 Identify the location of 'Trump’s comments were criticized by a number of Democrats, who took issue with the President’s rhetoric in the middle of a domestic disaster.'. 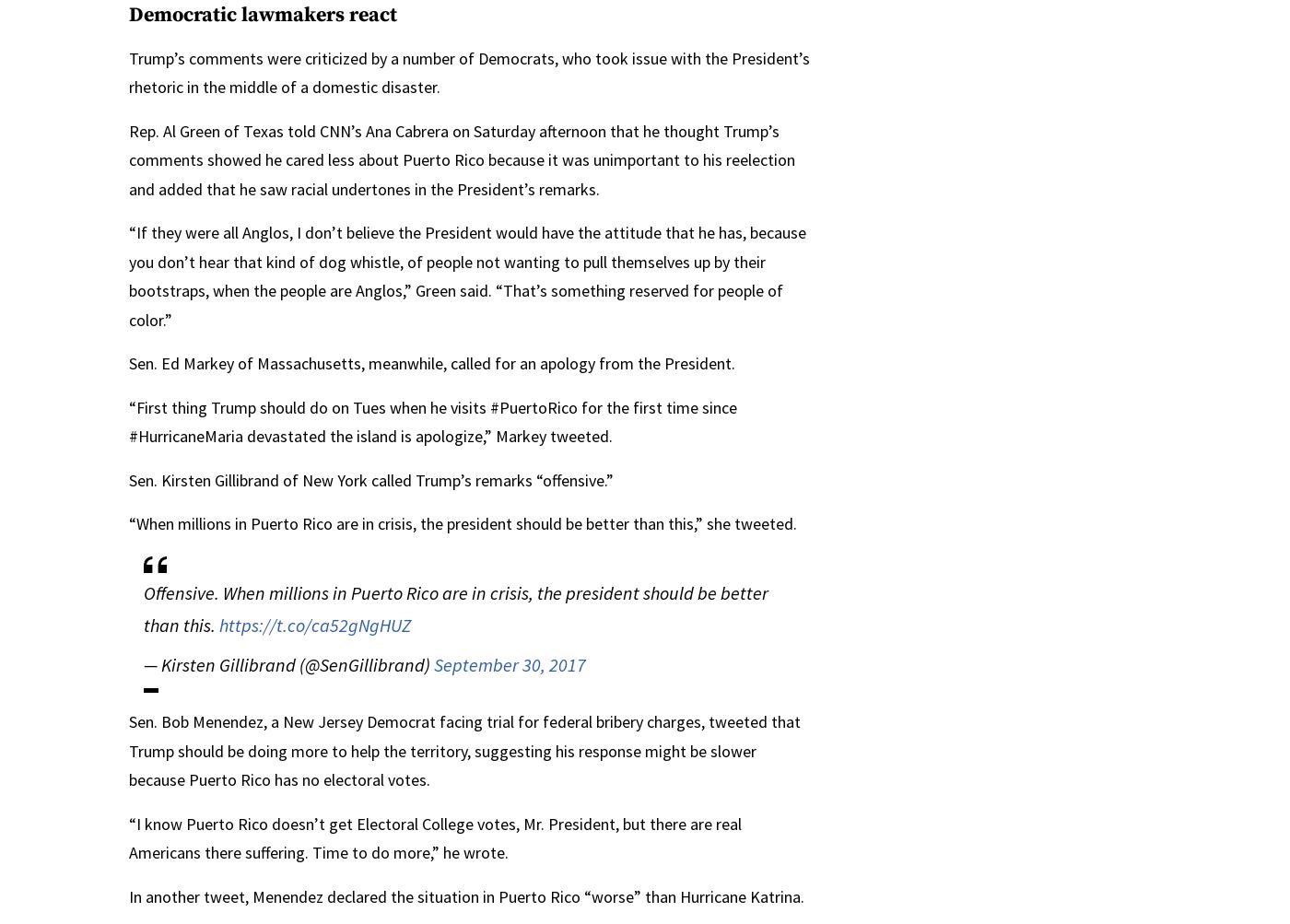
(468, 72).